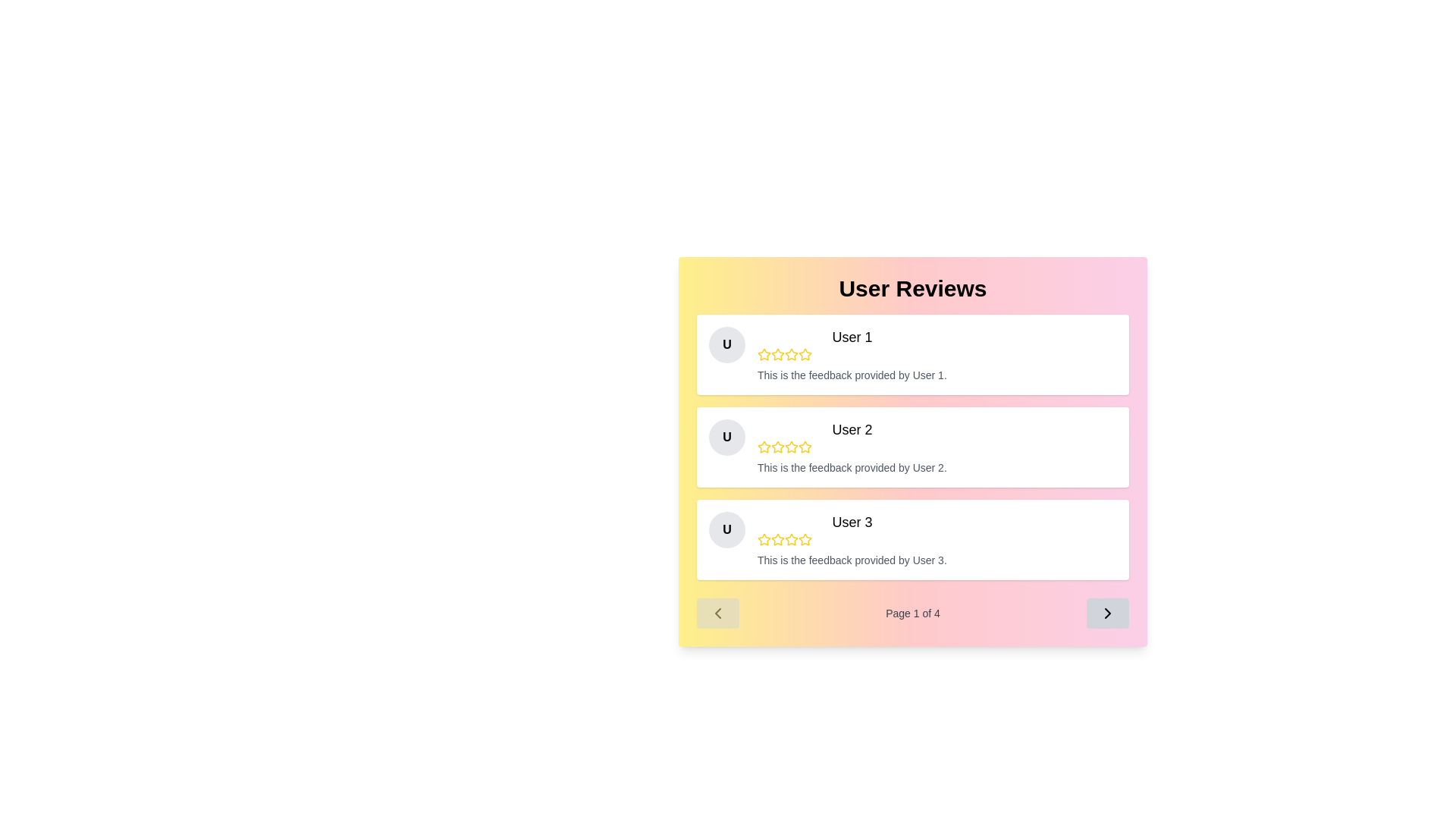 This screenshot has height=819, width=1456. What do you see at coordinates (790, 447) in the screenshot?
I see `the fourth star icon outlined in yellow to indicate a rating in the review section of User 2` at bounding box center [790, 447].